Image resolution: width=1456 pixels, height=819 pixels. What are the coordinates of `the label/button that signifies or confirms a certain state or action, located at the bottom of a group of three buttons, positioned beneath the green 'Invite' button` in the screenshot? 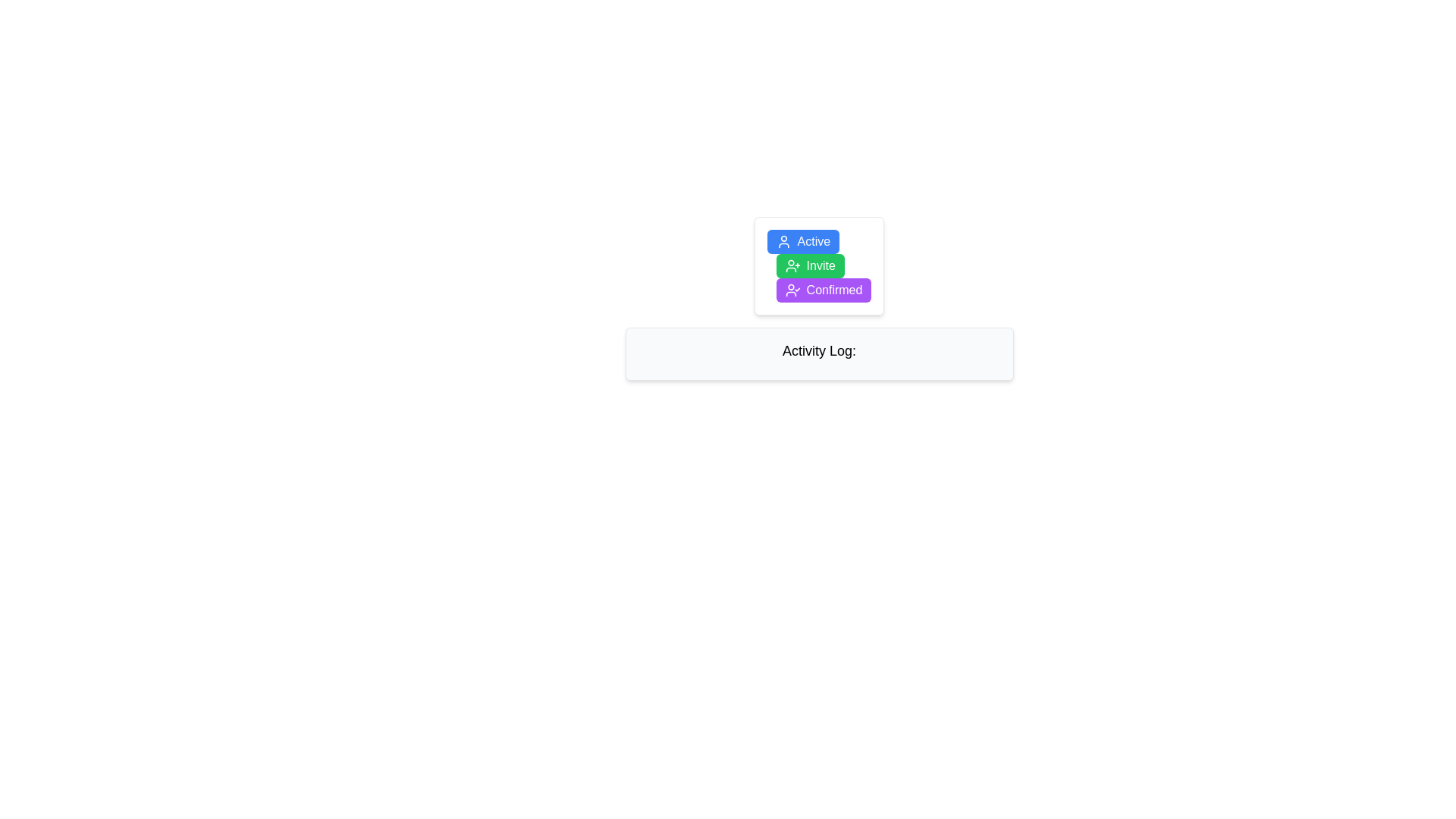 It's located at (833, 290).